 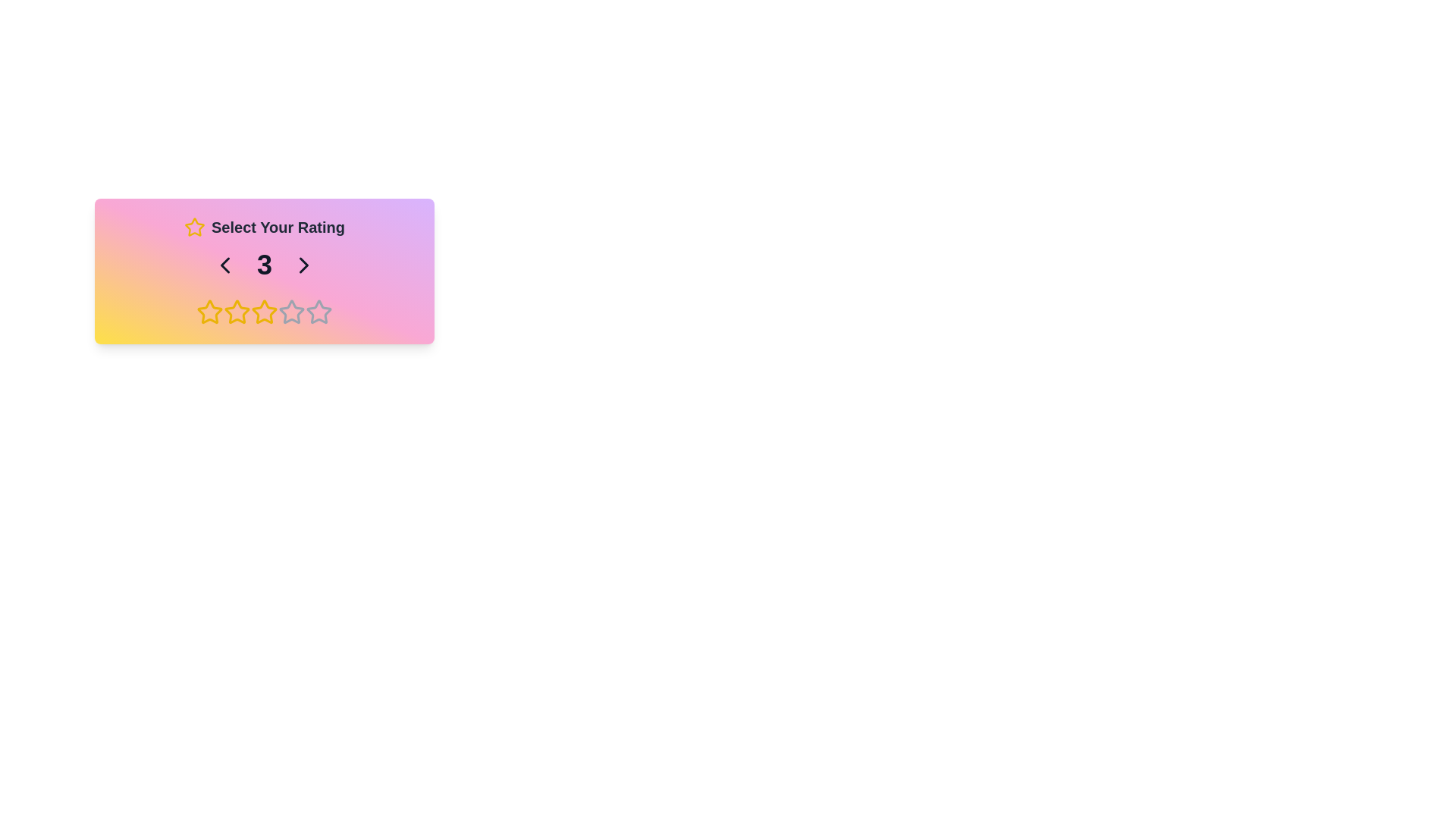 I want to click on the bold number '3' displayed in a large font size, which is centrally placed on a pastel gradient background, indicating a user rating or selection, so click(x=265, y=265).